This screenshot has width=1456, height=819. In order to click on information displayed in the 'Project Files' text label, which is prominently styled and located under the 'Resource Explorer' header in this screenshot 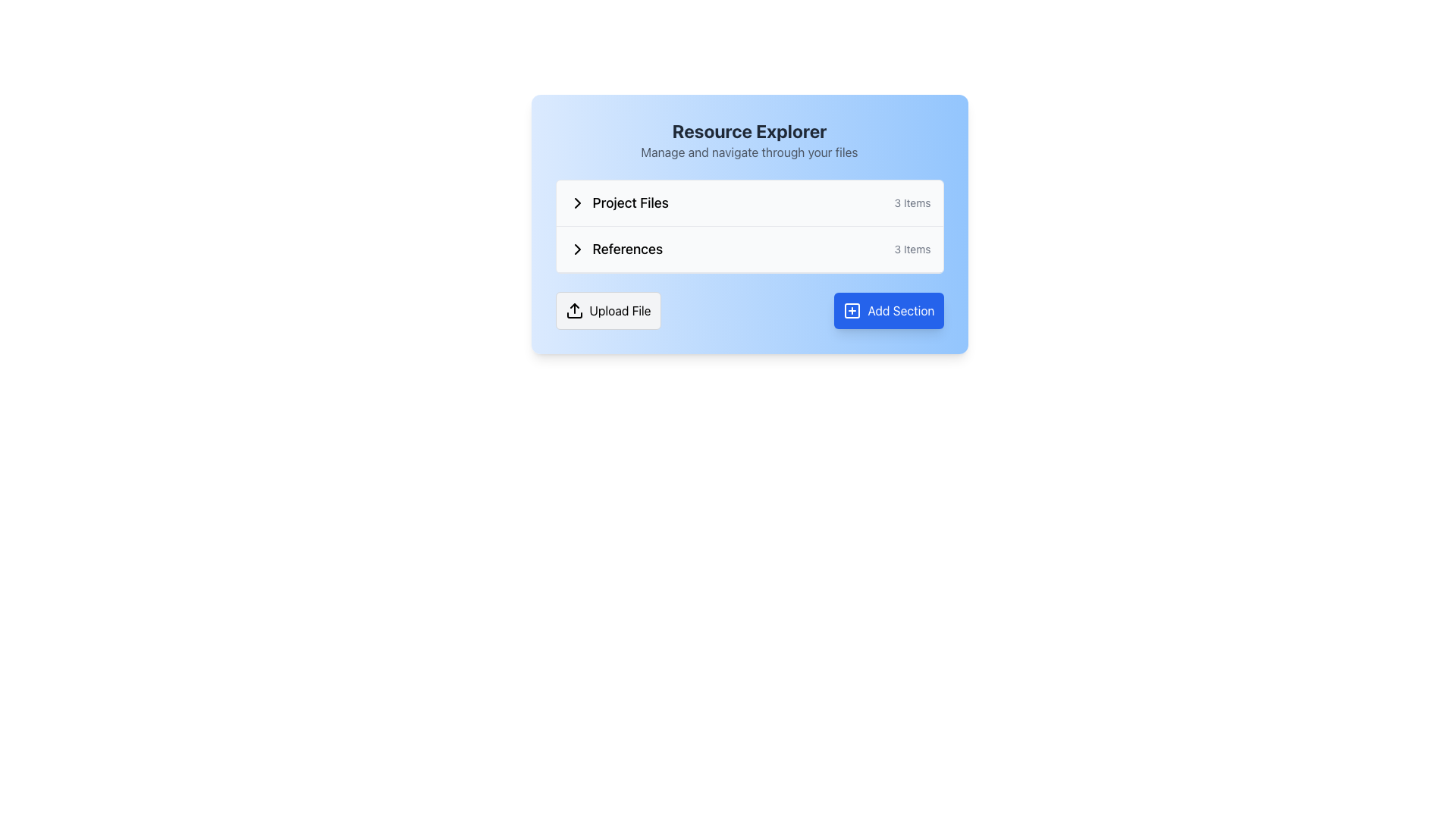, I will do `click(630, 202)`.